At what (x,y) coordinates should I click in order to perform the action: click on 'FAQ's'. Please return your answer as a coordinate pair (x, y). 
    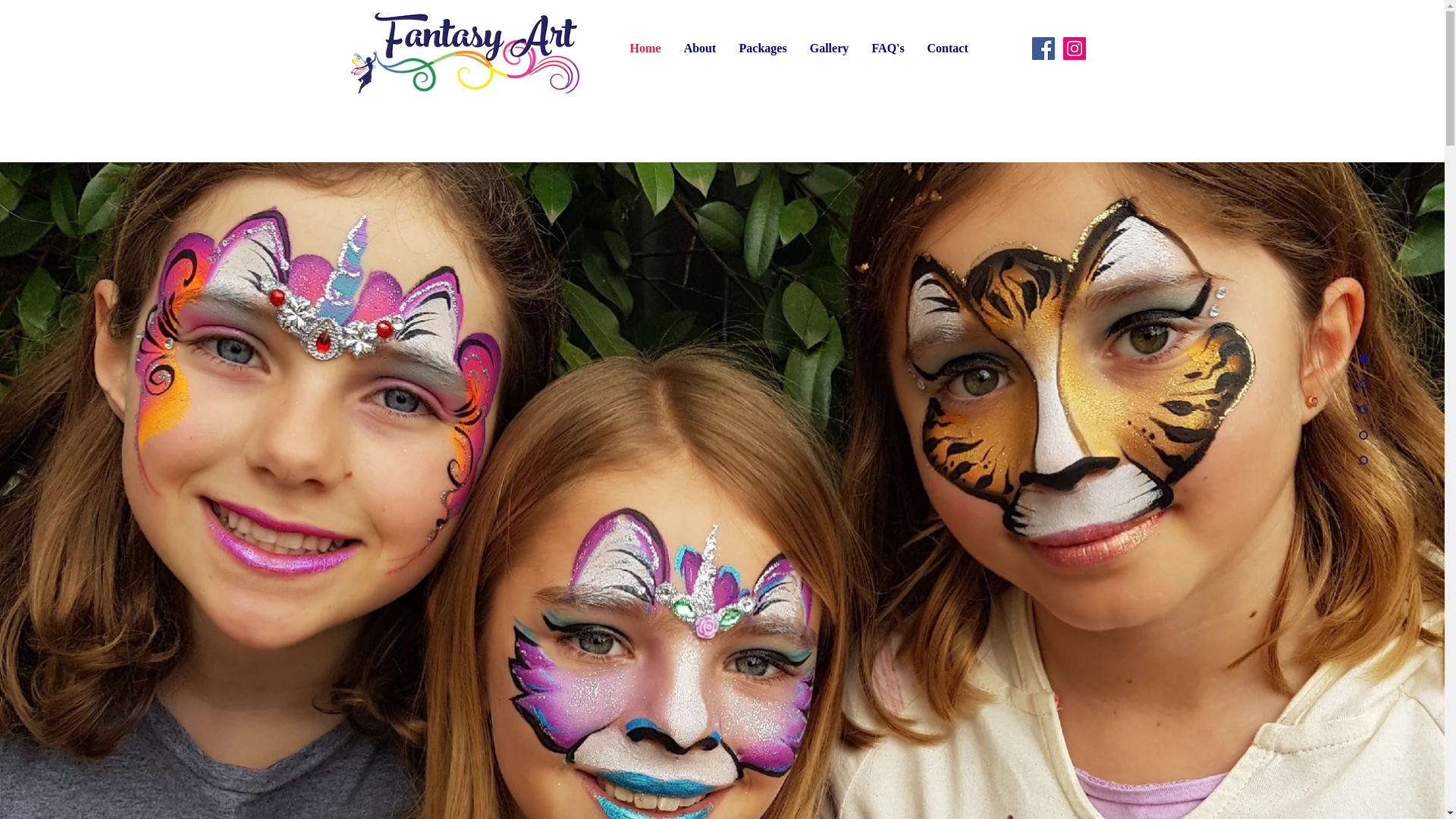
    Looking at the image, I should click on (887, 48).